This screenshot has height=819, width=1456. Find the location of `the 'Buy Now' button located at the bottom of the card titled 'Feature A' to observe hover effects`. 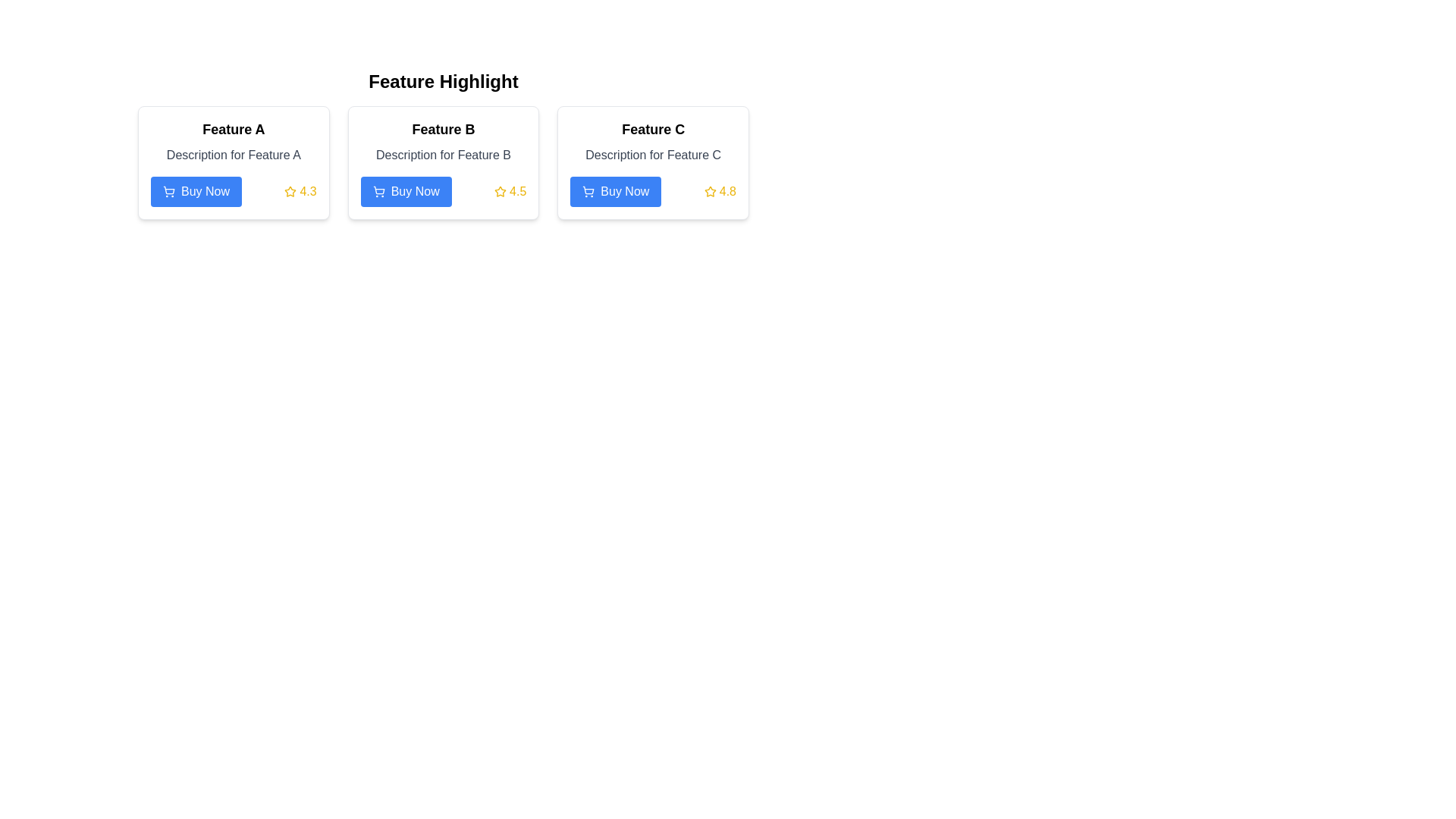

the 'Buy Now' button located at the bottom of the card titled 'Feature A' to observe hover effects is located at coordinates (233, 191).